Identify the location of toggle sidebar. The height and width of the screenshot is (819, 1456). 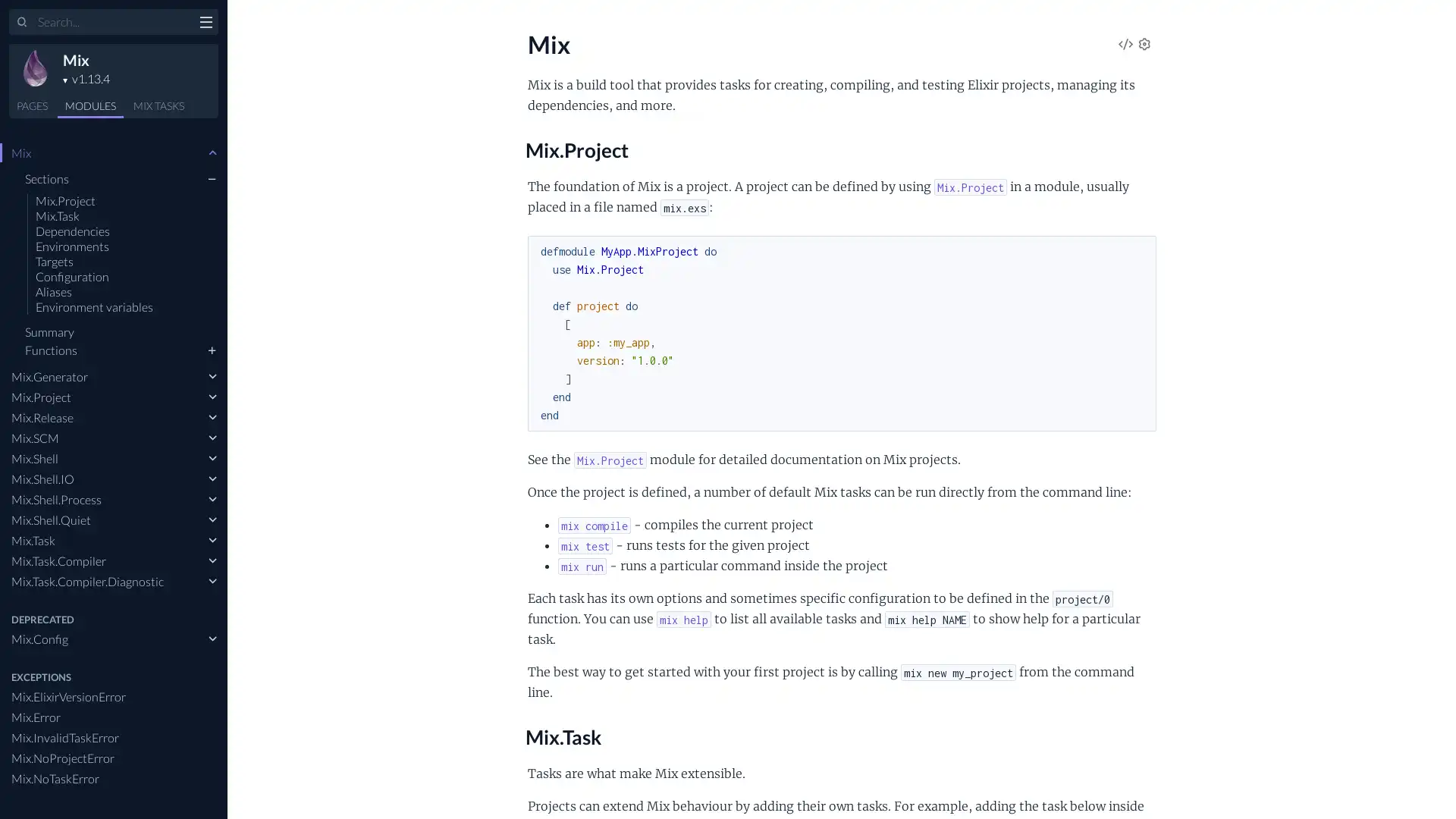
(205, 24).